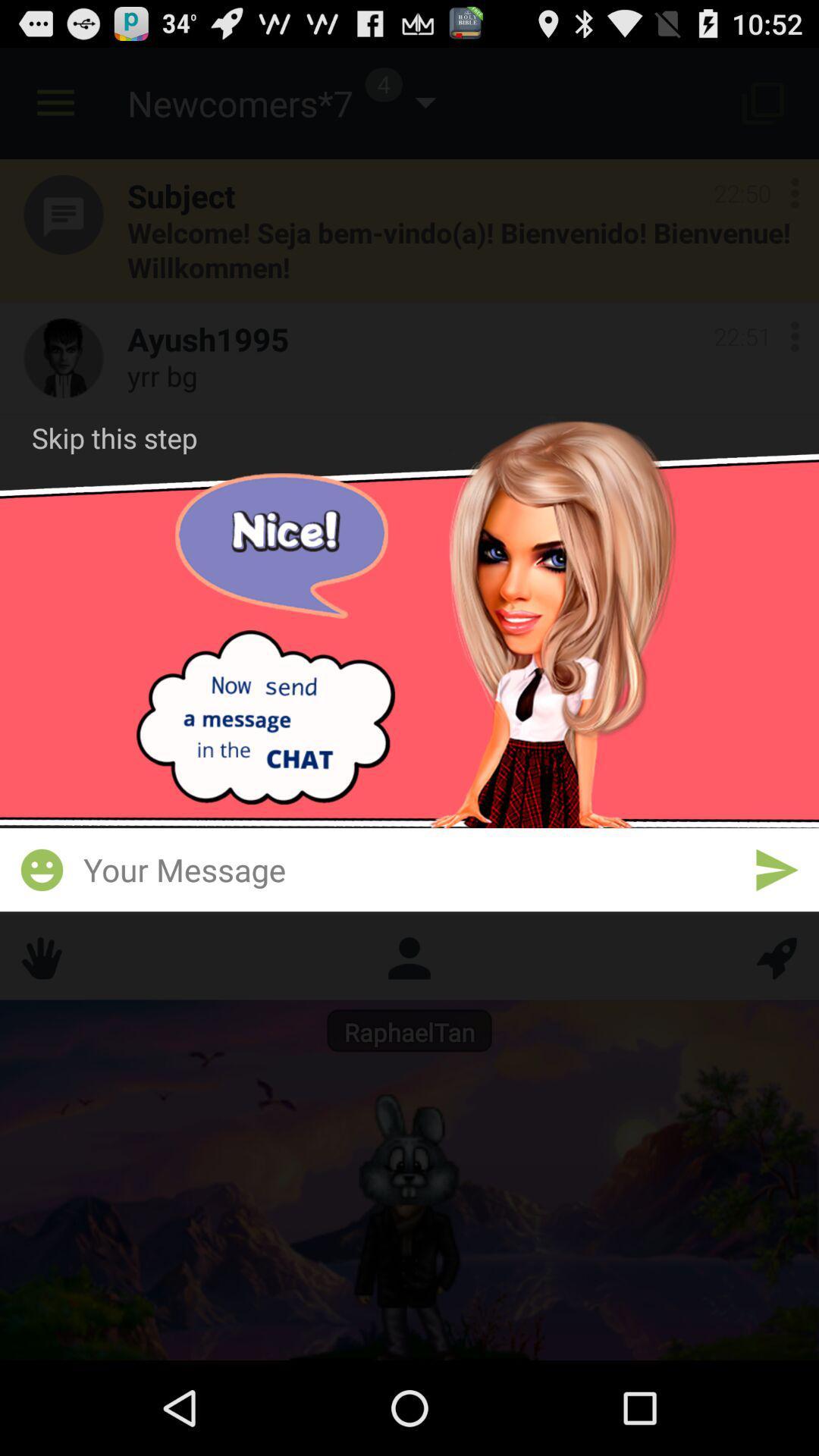 This screenshot has height=1456, width=819. I want to click on send message, so click(777, 870).